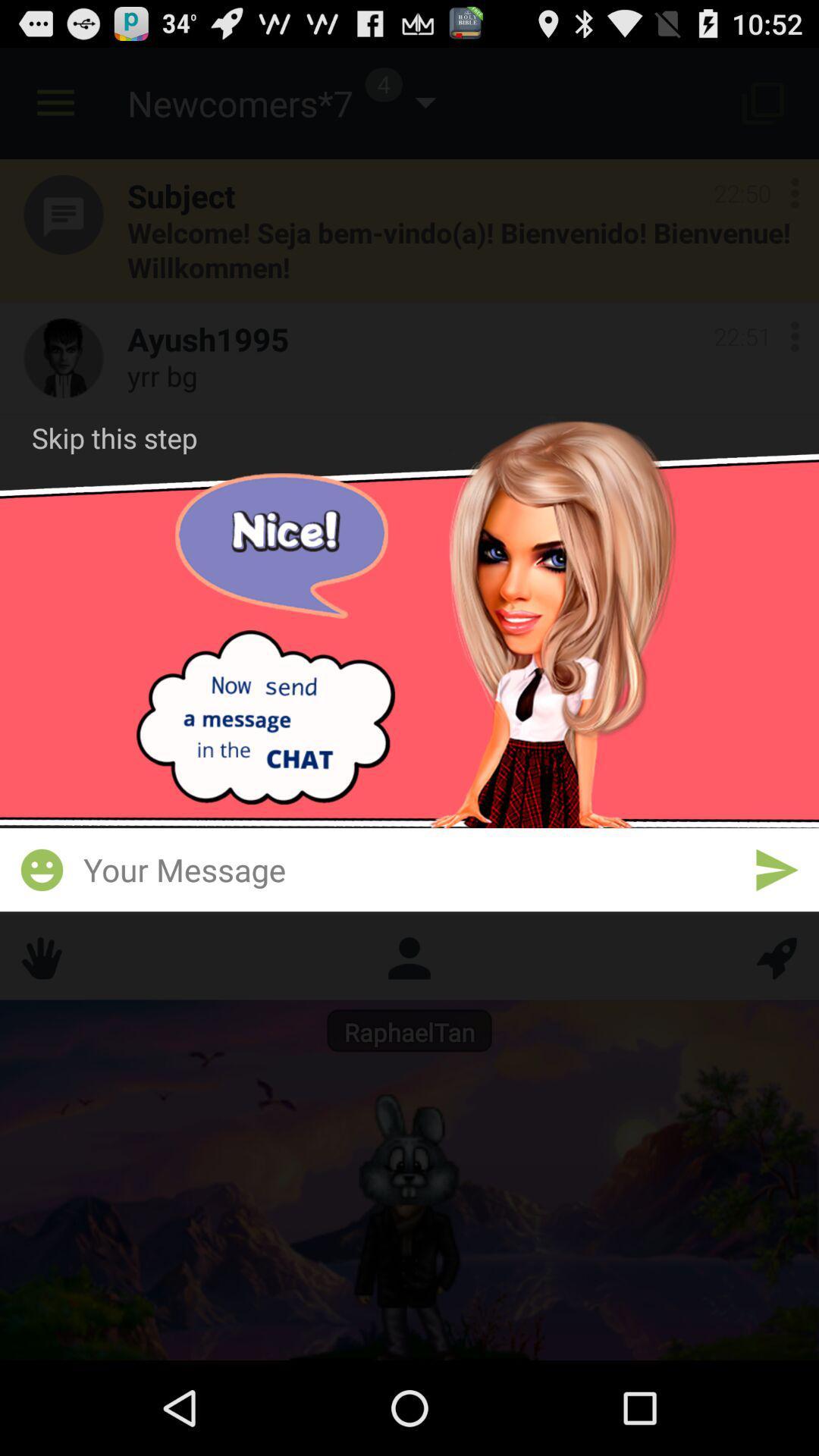 This screenshot has height=1456, width=819. I want to click on send message, so click(777, 870).